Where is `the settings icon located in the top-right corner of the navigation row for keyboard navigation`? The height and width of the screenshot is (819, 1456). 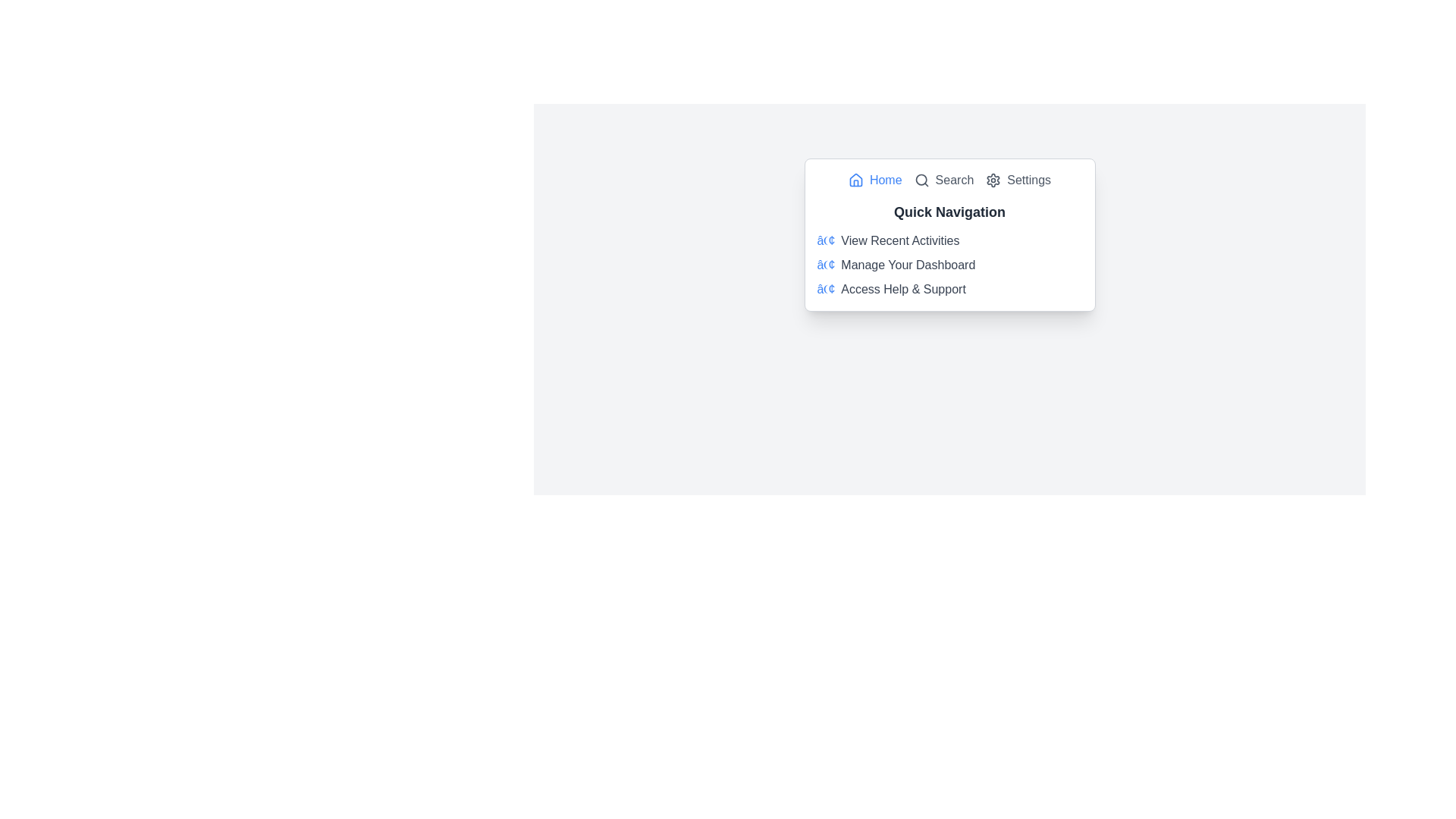 the settings icon located in the top-right corner of the navigation row for keyboard navigation is located at coordinates (993, 180).